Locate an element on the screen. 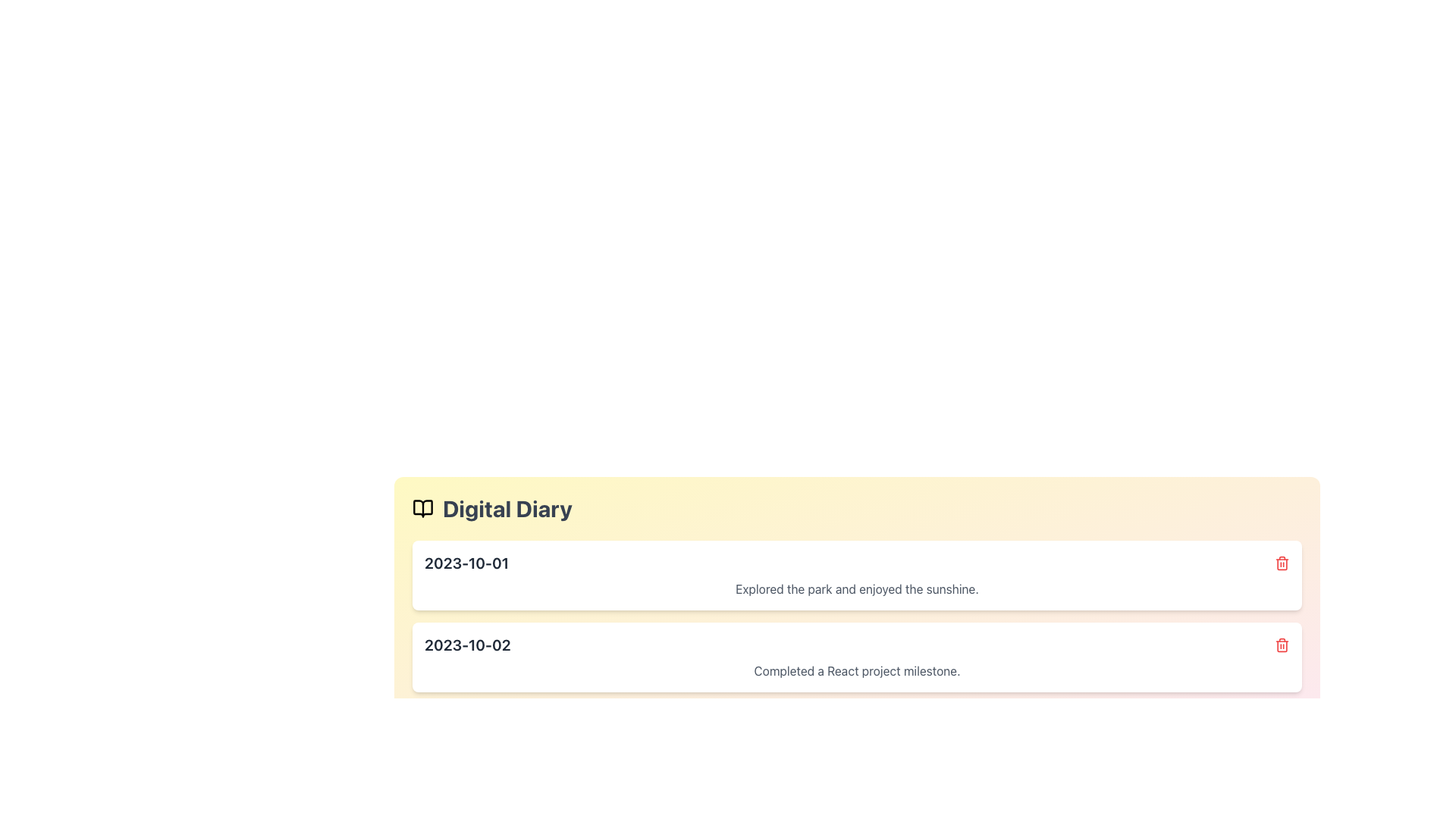 This screenshot has height=819, width=1456. the text label that displays 'Explored the park and enjoyed the sunshine.' which is styled in gray and located within a white card, positioned below the date '2023-10-01' and to the right of a trash icon is located at coordinates (857, 588).